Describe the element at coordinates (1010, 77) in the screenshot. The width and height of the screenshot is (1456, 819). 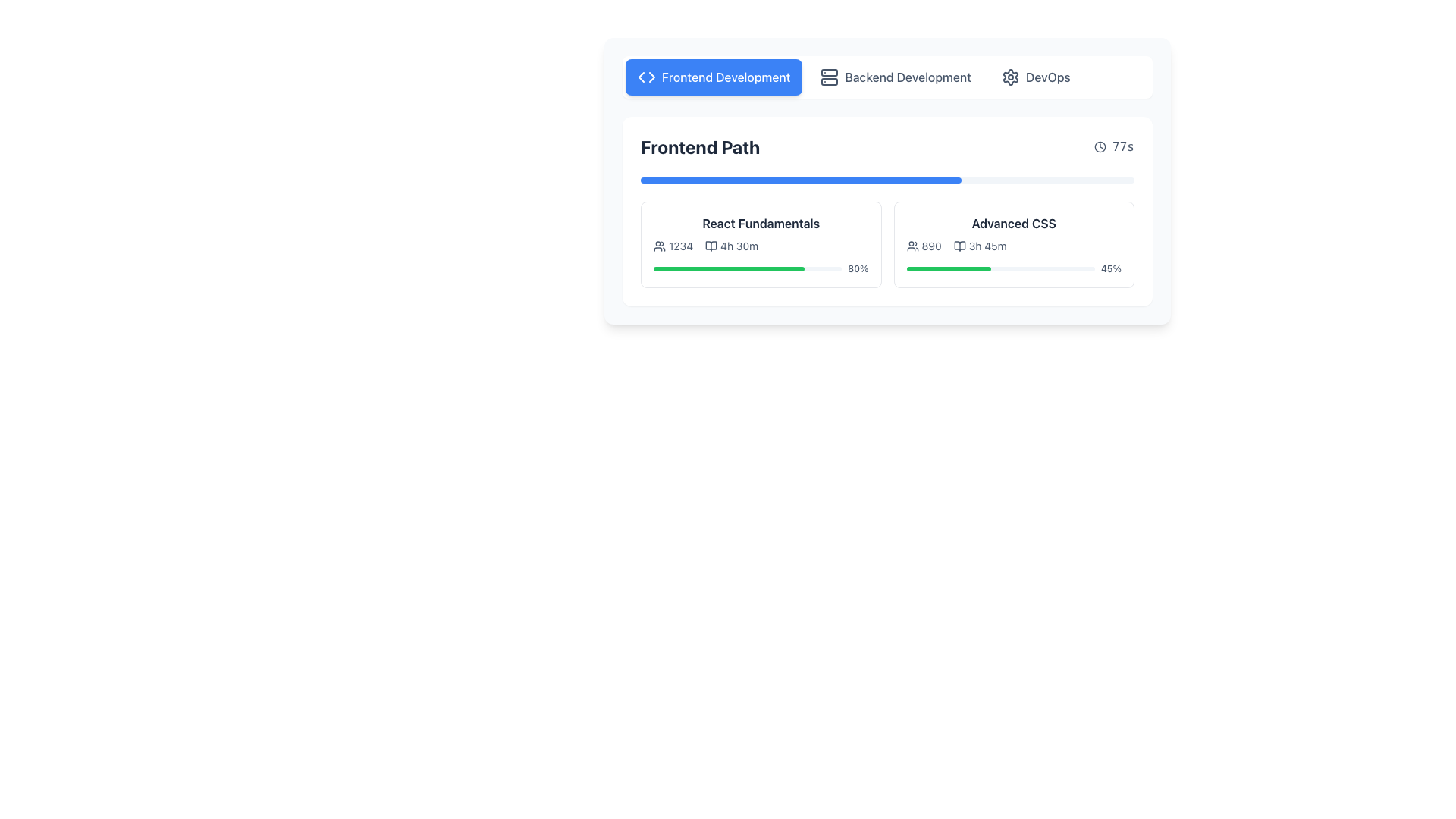
I see `the Settings icon located to the left of the 'DevOps' text` at that location.